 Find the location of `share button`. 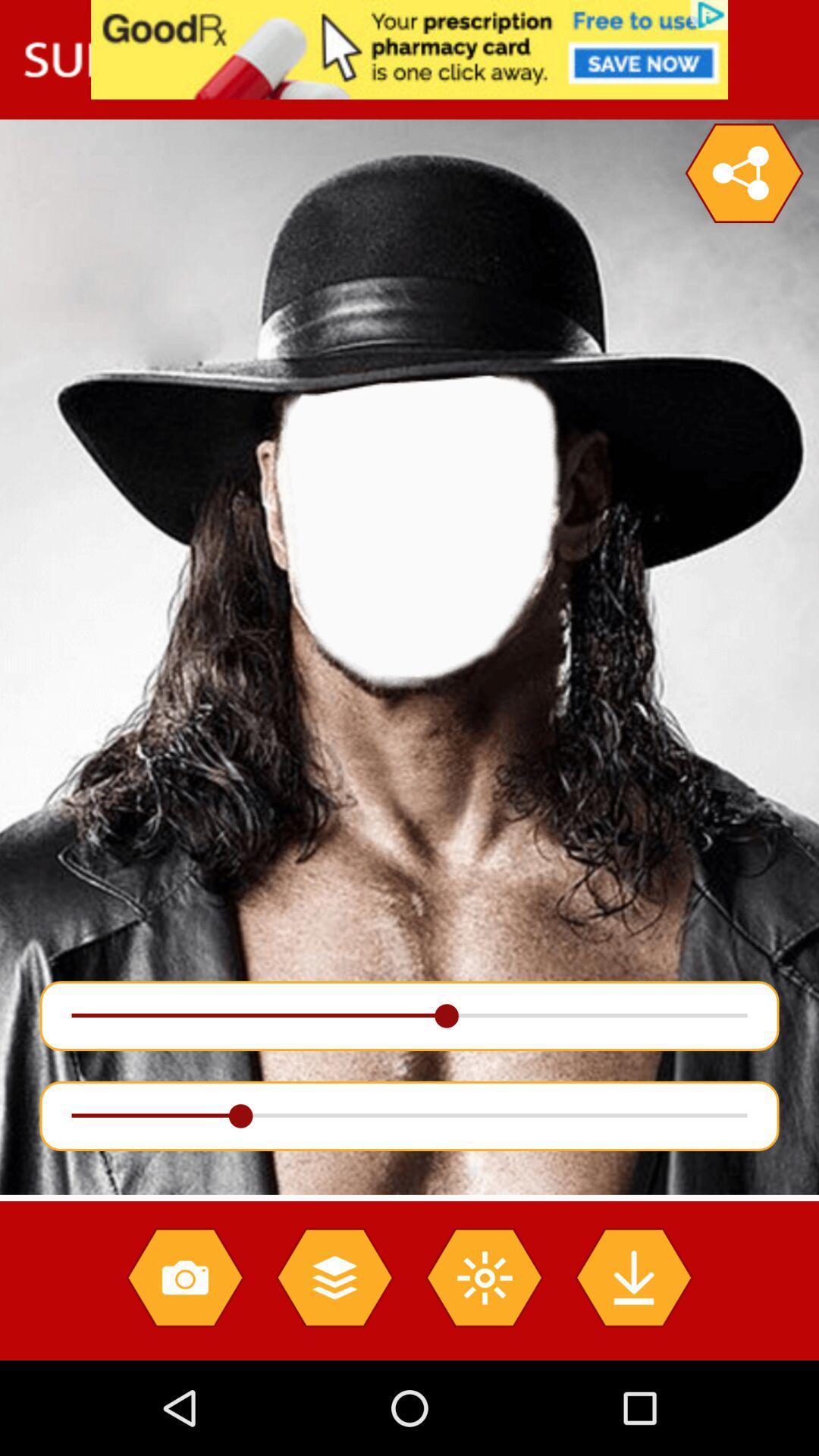

share button is located at coordinates (743, 173).